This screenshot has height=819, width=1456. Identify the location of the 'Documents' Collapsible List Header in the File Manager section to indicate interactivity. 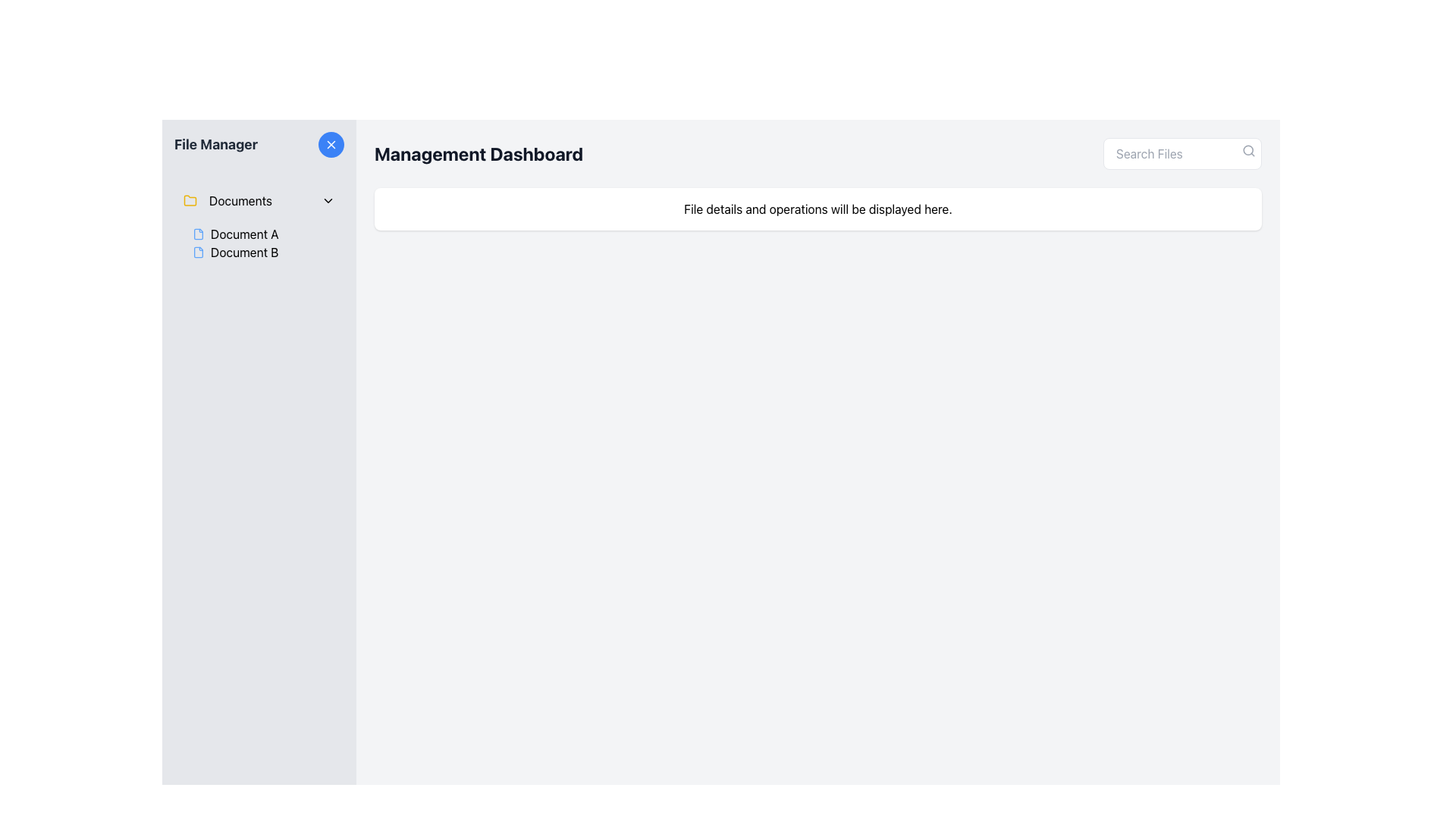
(259, 200).